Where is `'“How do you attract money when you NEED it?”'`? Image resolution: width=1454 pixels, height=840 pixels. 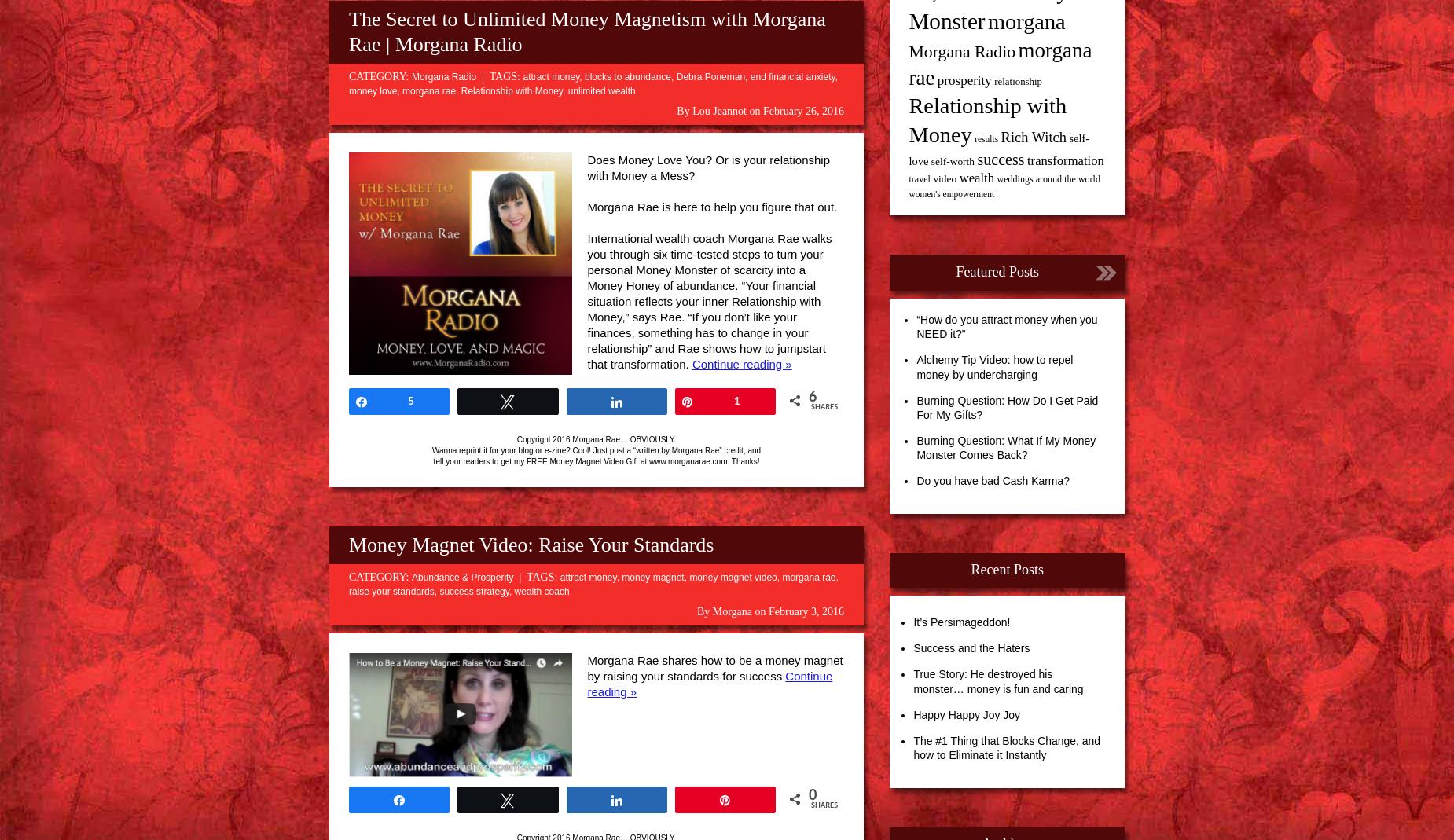 '“How do you attract money when you NEED it?”' is located at coordinates (1005, 326).